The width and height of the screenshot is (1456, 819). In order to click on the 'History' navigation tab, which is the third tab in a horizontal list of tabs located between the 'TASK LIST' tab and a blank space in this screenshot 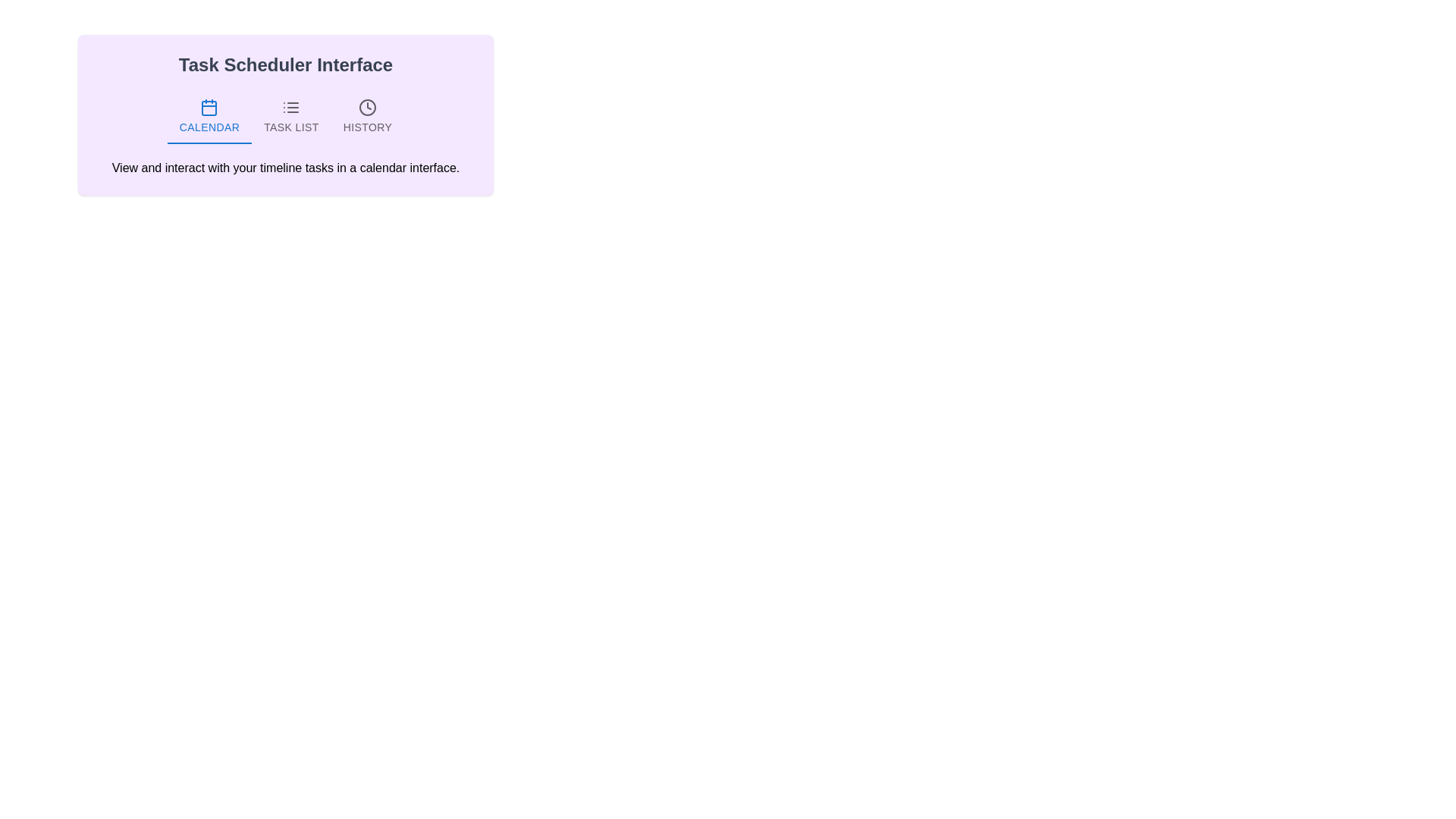, I will do `click(367, 116)`.